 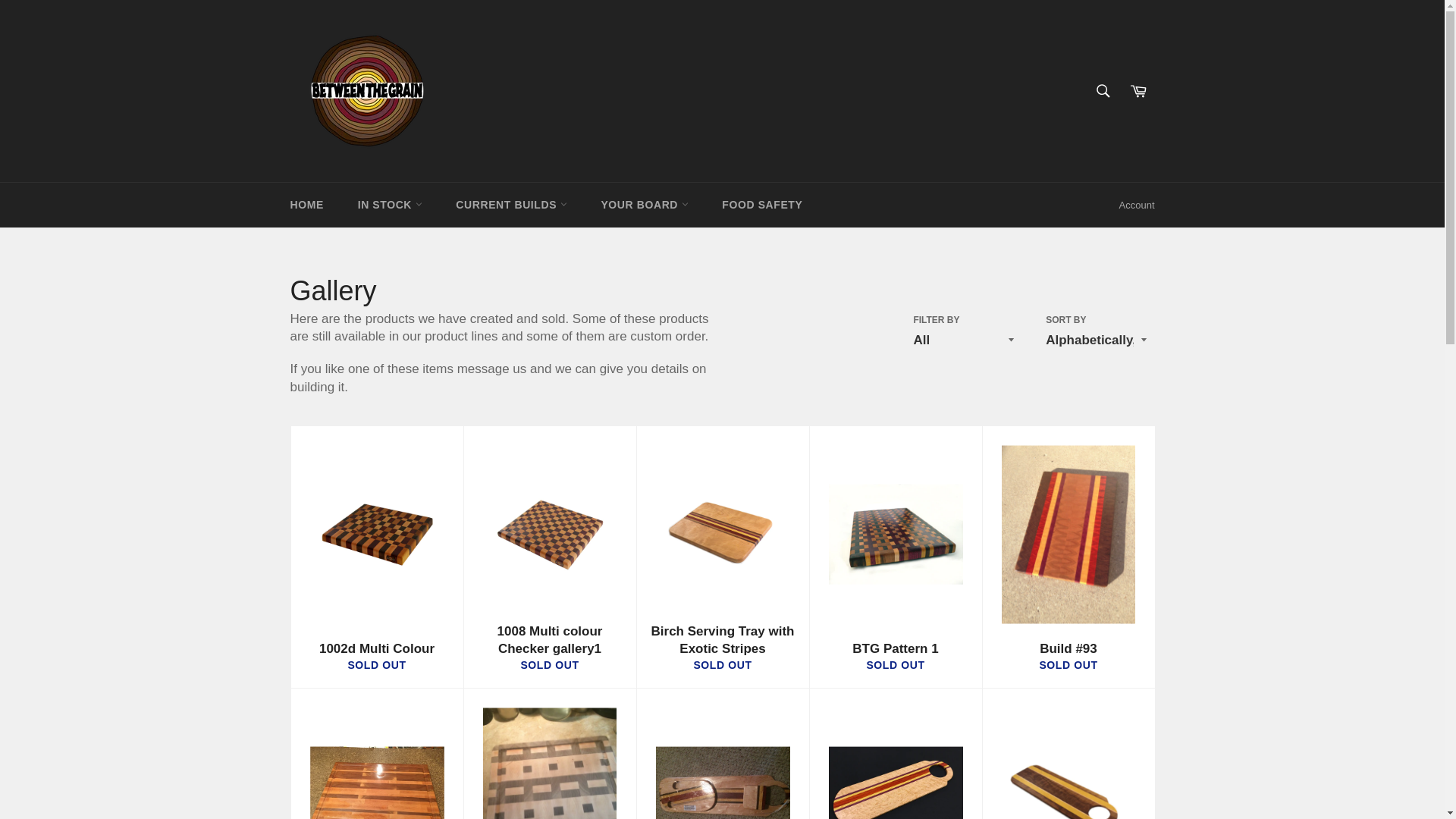 What do you see at coordinates (1103, 90) in the screenshot?
I see `'Search'` at bounding box center [1103, 90].